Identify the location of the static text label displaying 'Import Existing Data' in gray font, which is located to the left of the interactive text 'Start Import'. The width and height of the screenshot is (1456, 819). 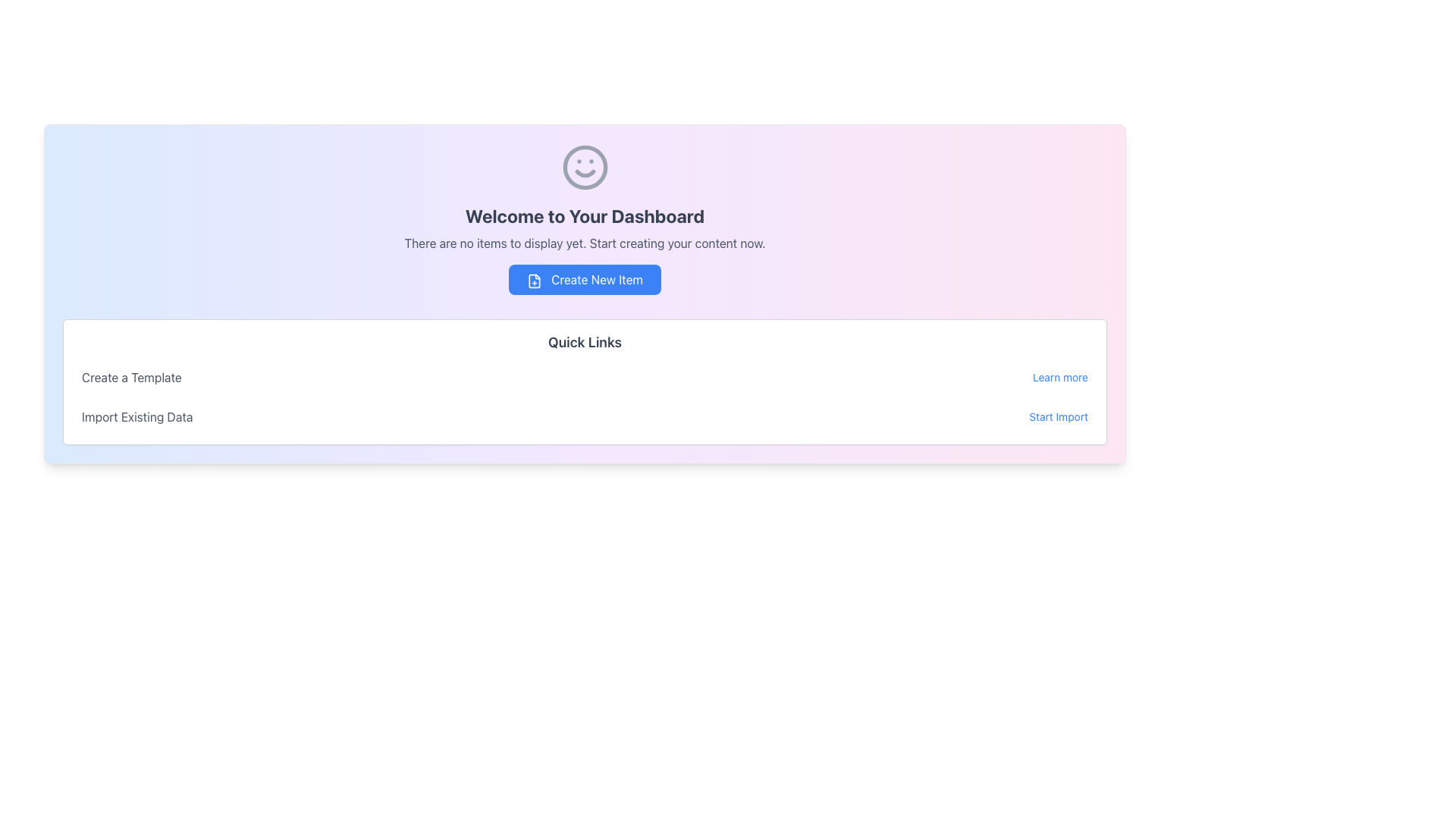
(137, 417).